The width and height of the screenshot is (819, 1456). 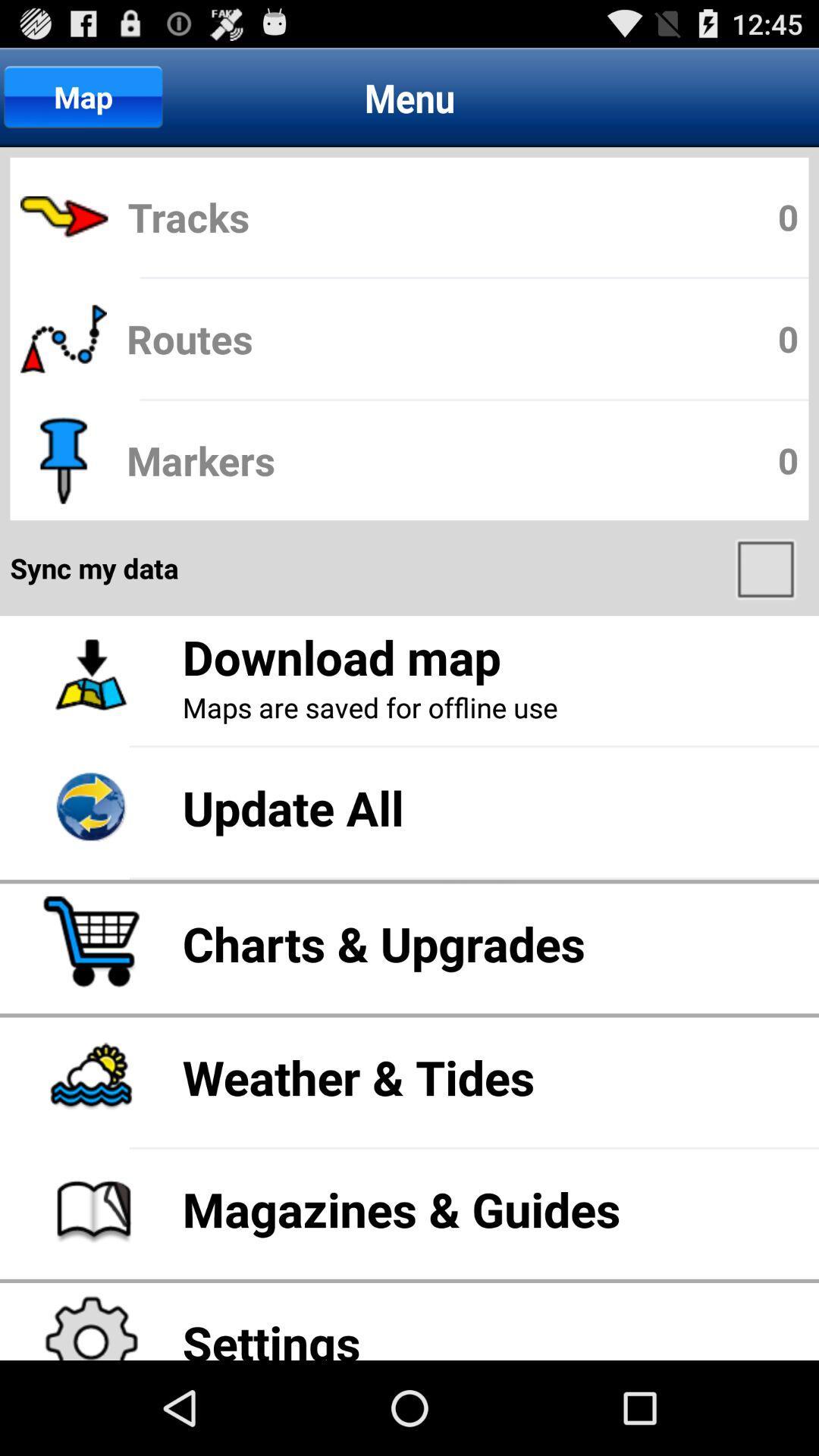 What do you see at coordinates (767, 567) in the screenshot?
I see `the icon next to the sync my data app` at bounding box center [767, 567].